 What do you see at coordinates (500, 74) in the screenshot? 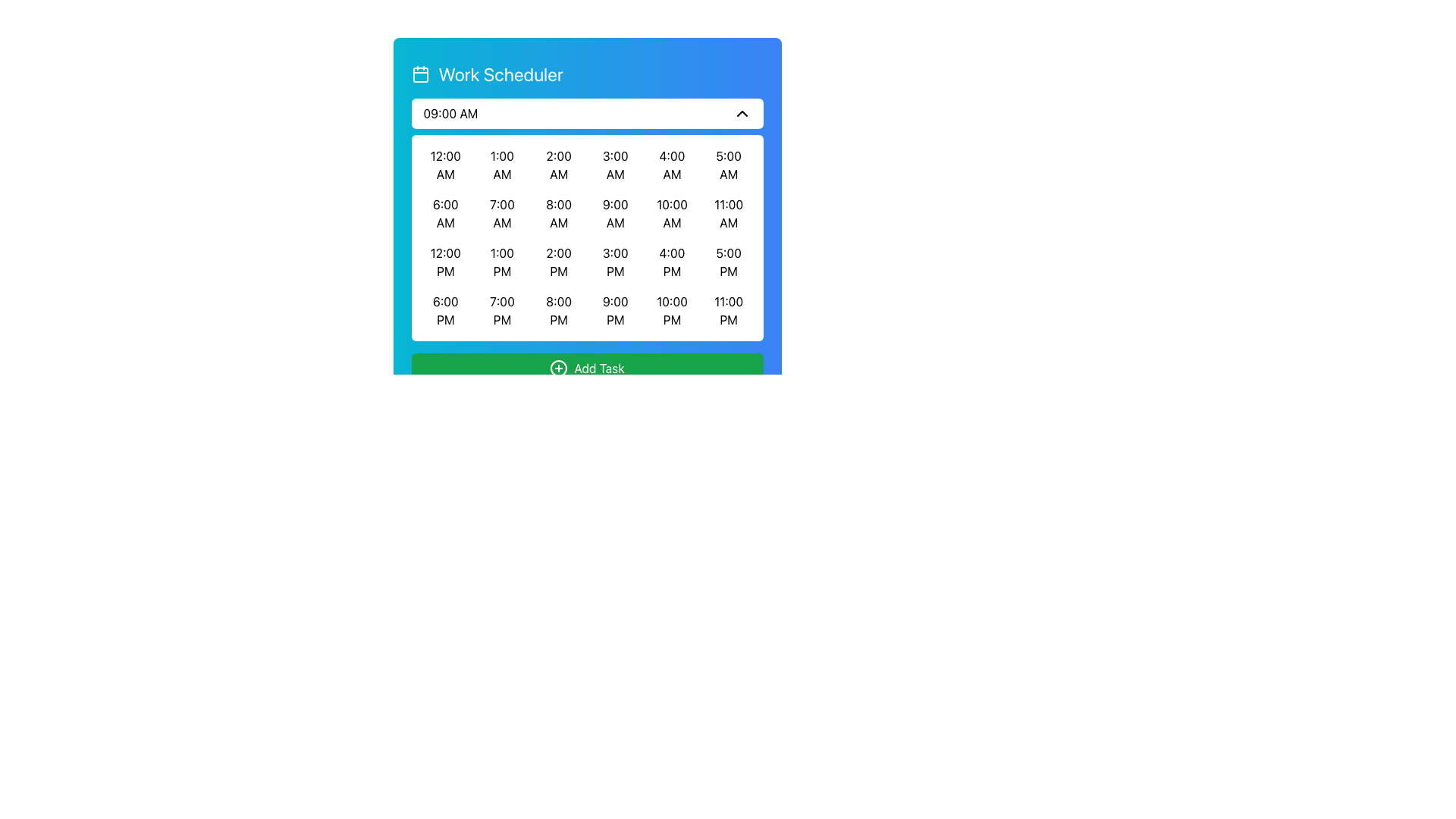
I see `the text label 'Work Scheduler'` at bounding box center [500, 74].